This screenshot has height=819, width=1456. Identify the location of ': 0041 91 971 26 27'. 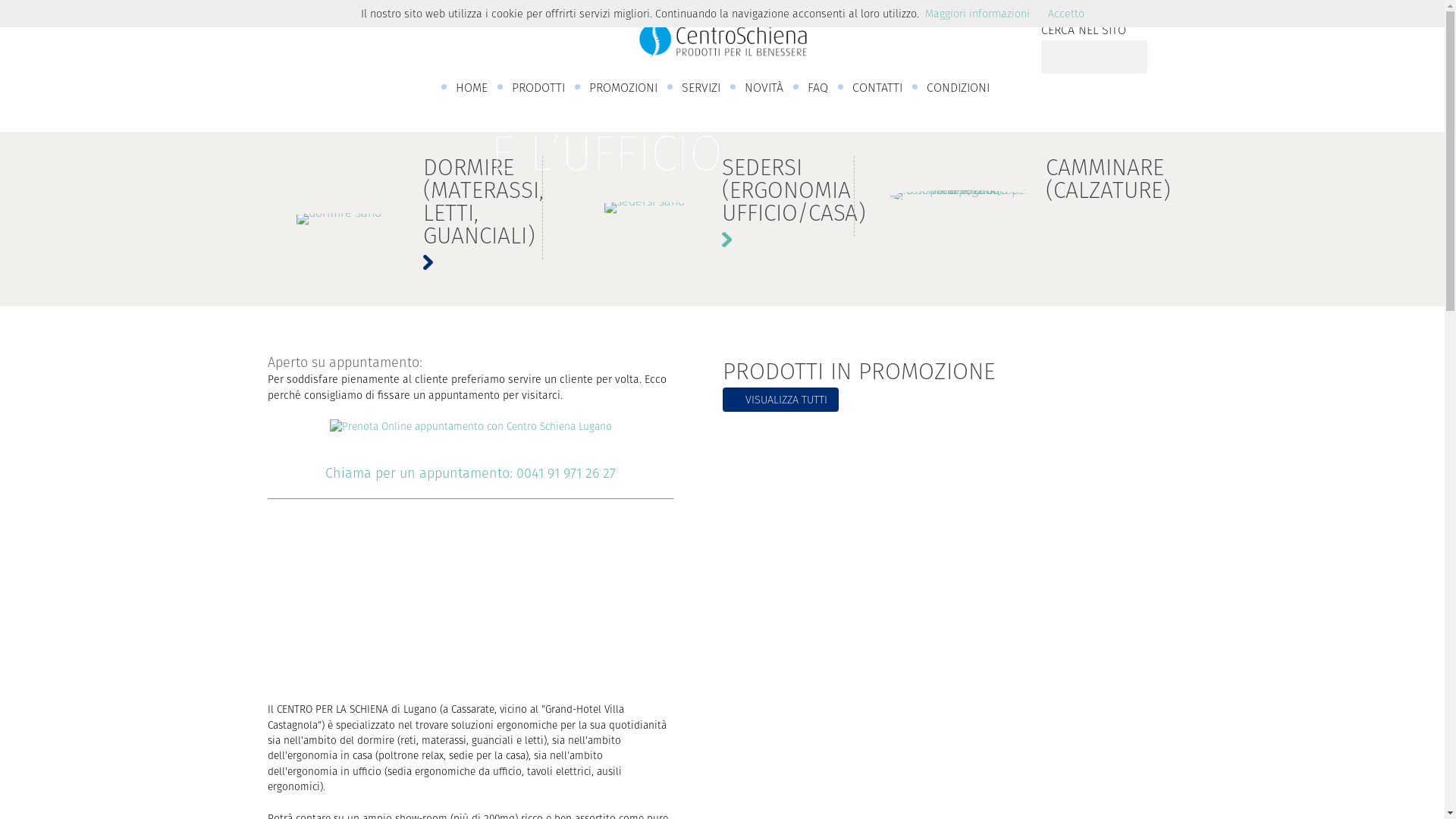
(562, 473).